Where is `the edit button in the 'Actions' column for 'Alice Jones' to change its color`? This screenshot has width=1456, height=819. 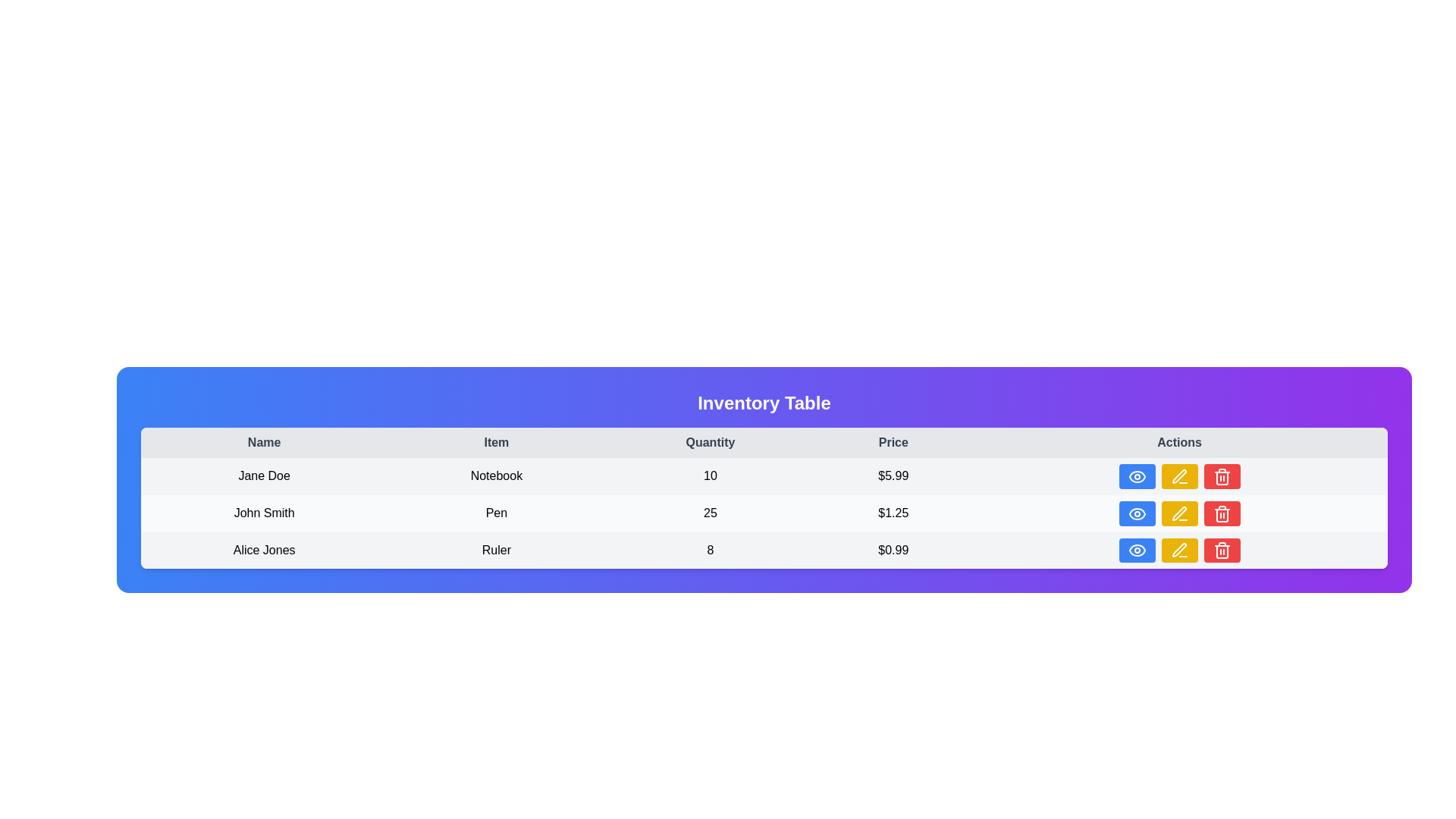 the edit button in the 'Actions' column for 'Alice Jones' to change its color is located at coordinates (1178, 550).